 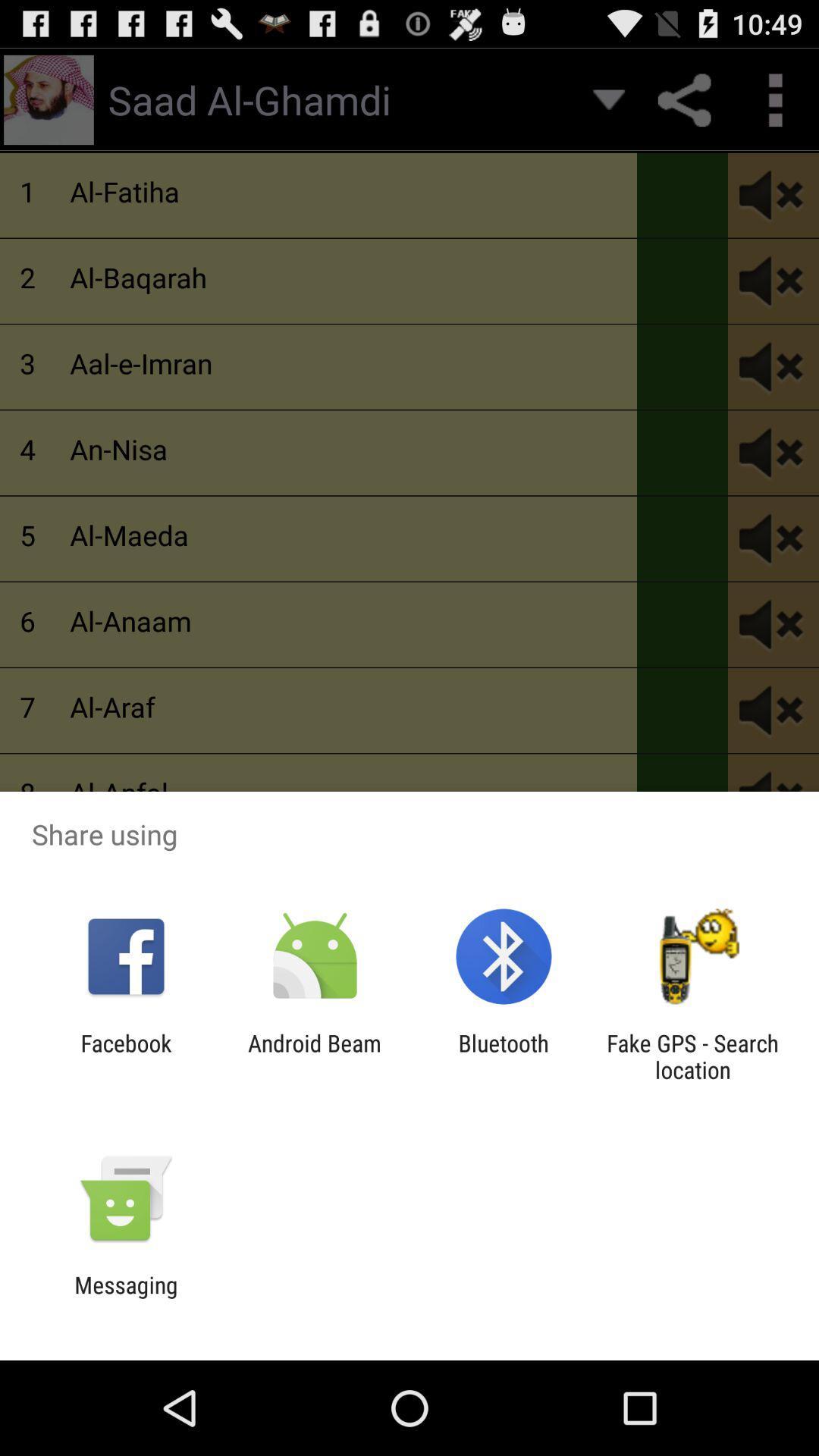 I want to click on the item at the bottom right corner, so click(x=692, y=1056).